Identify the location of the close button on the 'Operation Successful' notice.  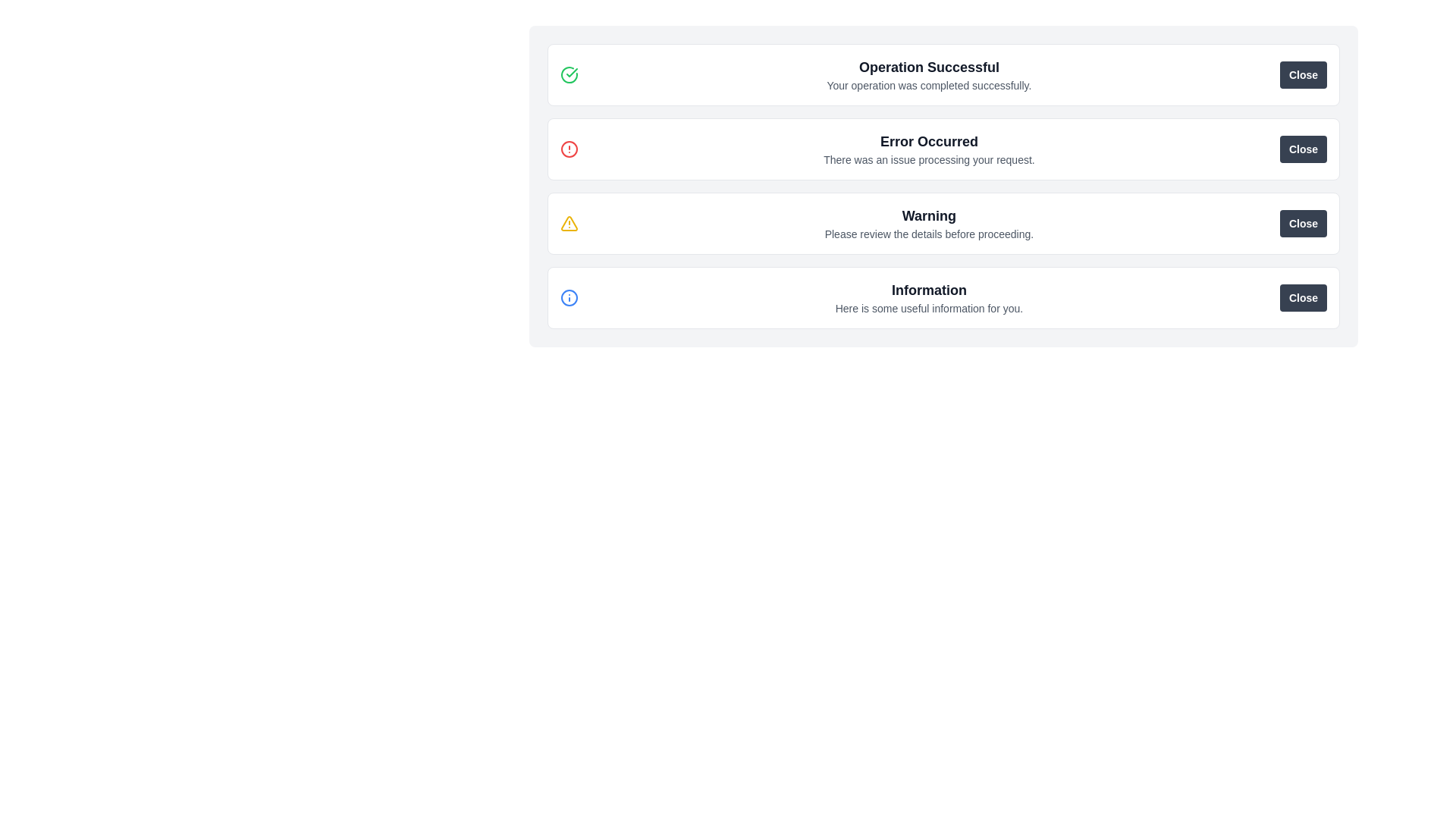
(1302, 75).